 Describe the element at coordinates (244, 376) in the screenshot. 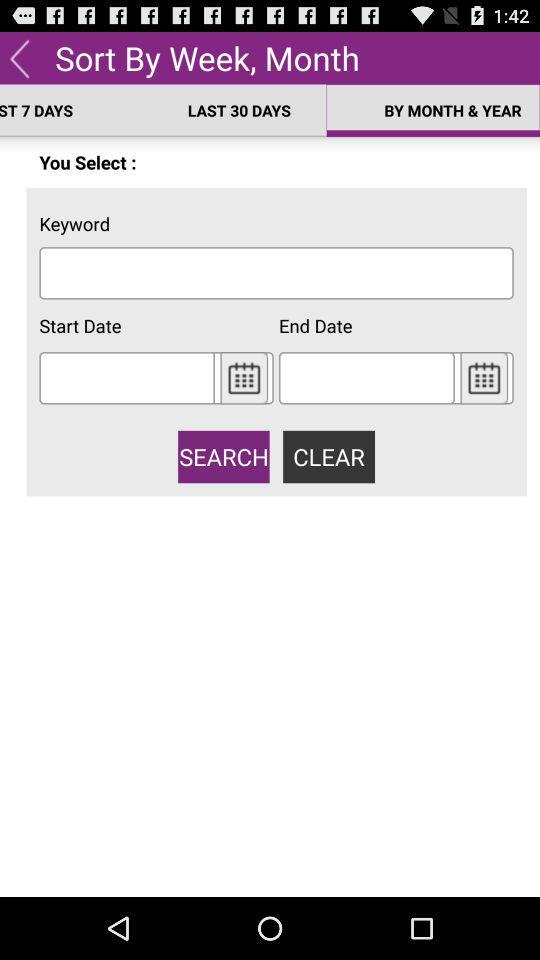

I see `calendar` at that location.